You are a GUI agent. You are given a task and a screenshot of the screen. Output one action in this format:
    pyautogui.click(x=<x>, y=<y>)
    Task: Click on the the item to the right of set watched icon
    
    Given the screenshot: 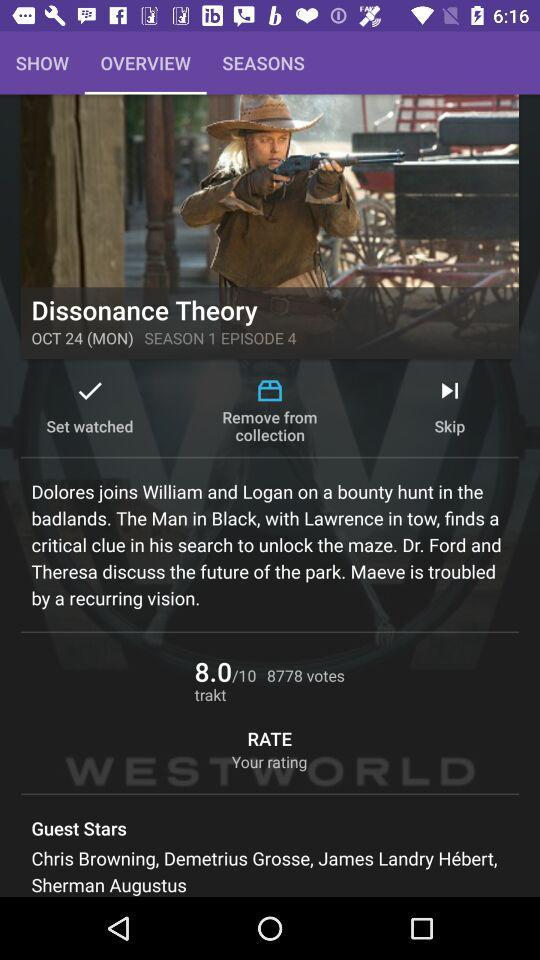 What is the action you would take?
    pyautogui.click(x=270, y=409)
    